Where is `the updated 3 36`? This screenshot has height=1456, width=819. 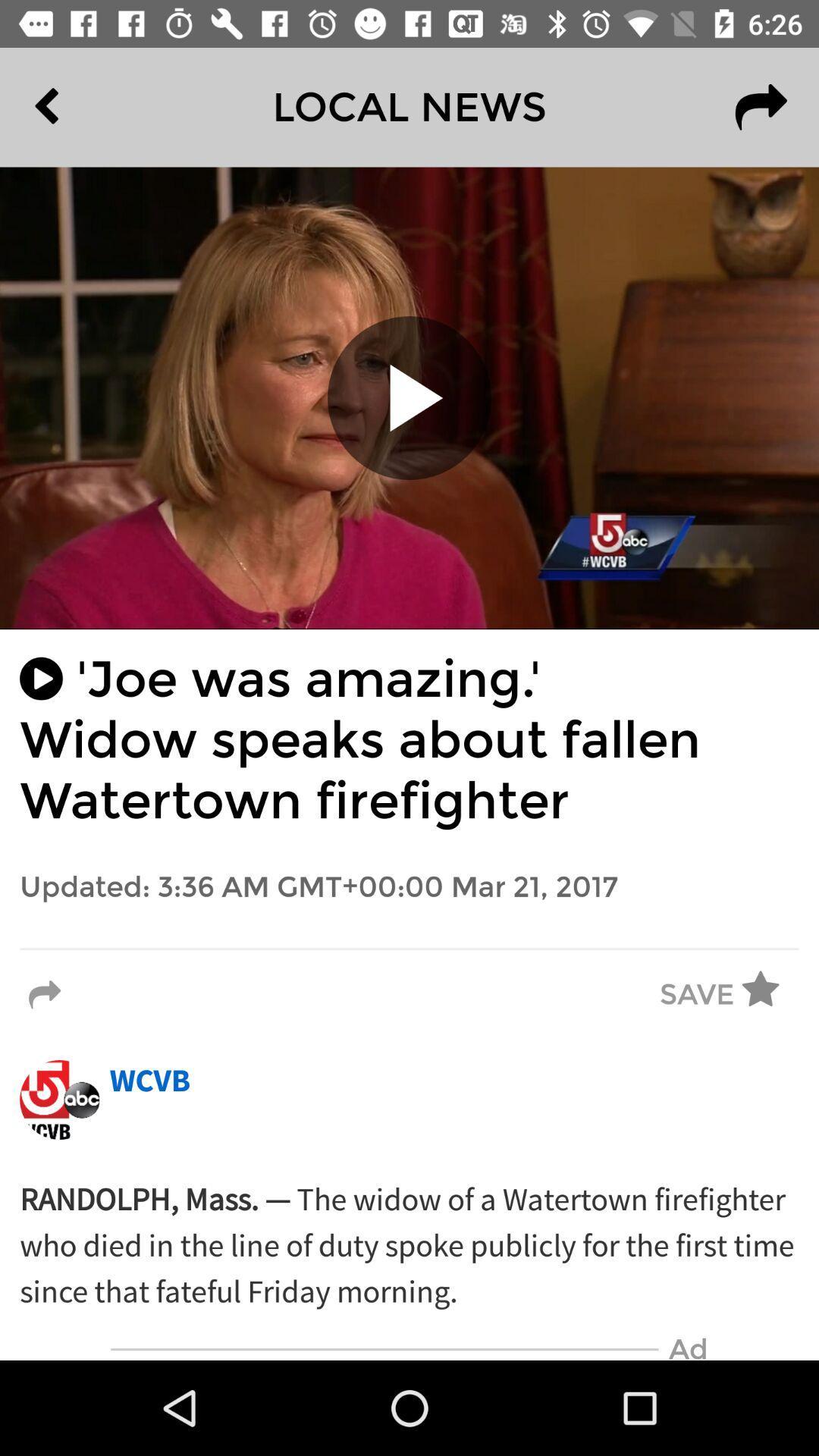
the updated 3 36 is located at coordinates (409, 887).